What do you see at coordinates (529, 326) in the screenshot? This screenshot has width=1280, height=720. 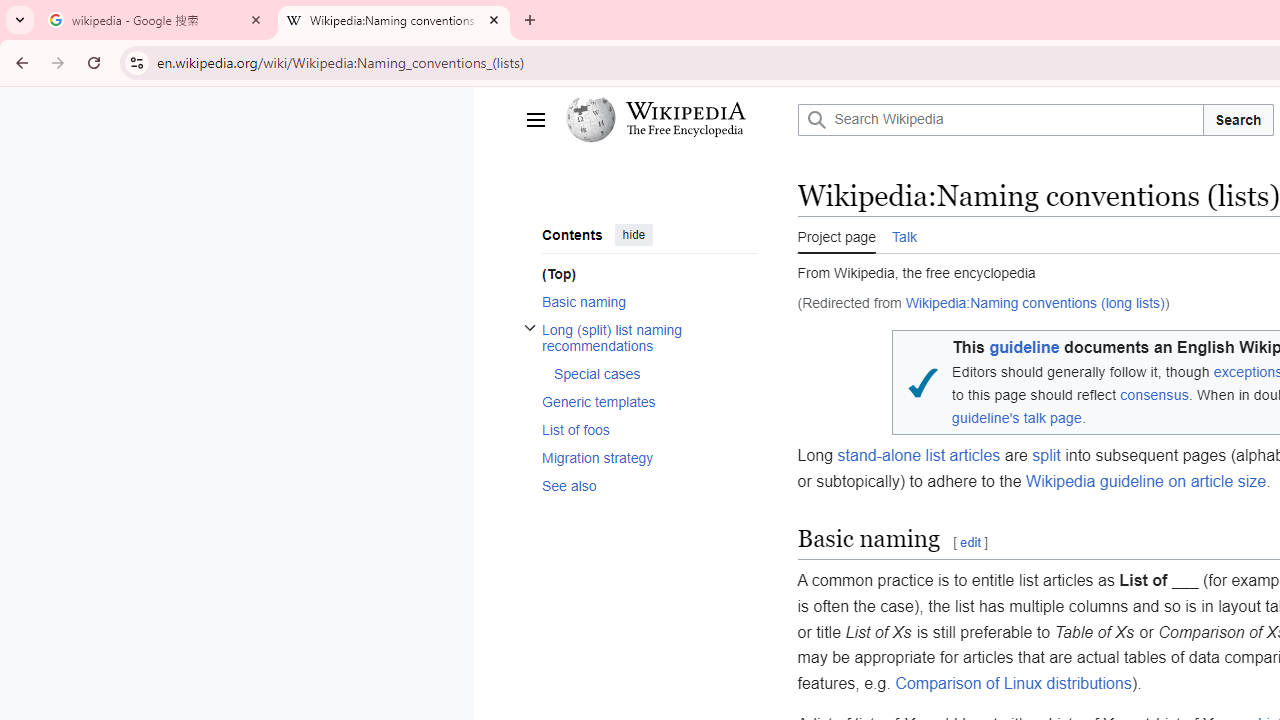 I see `'Toggle Long (split) list naming recommendations subsection'` at bounding box center [529, 326].